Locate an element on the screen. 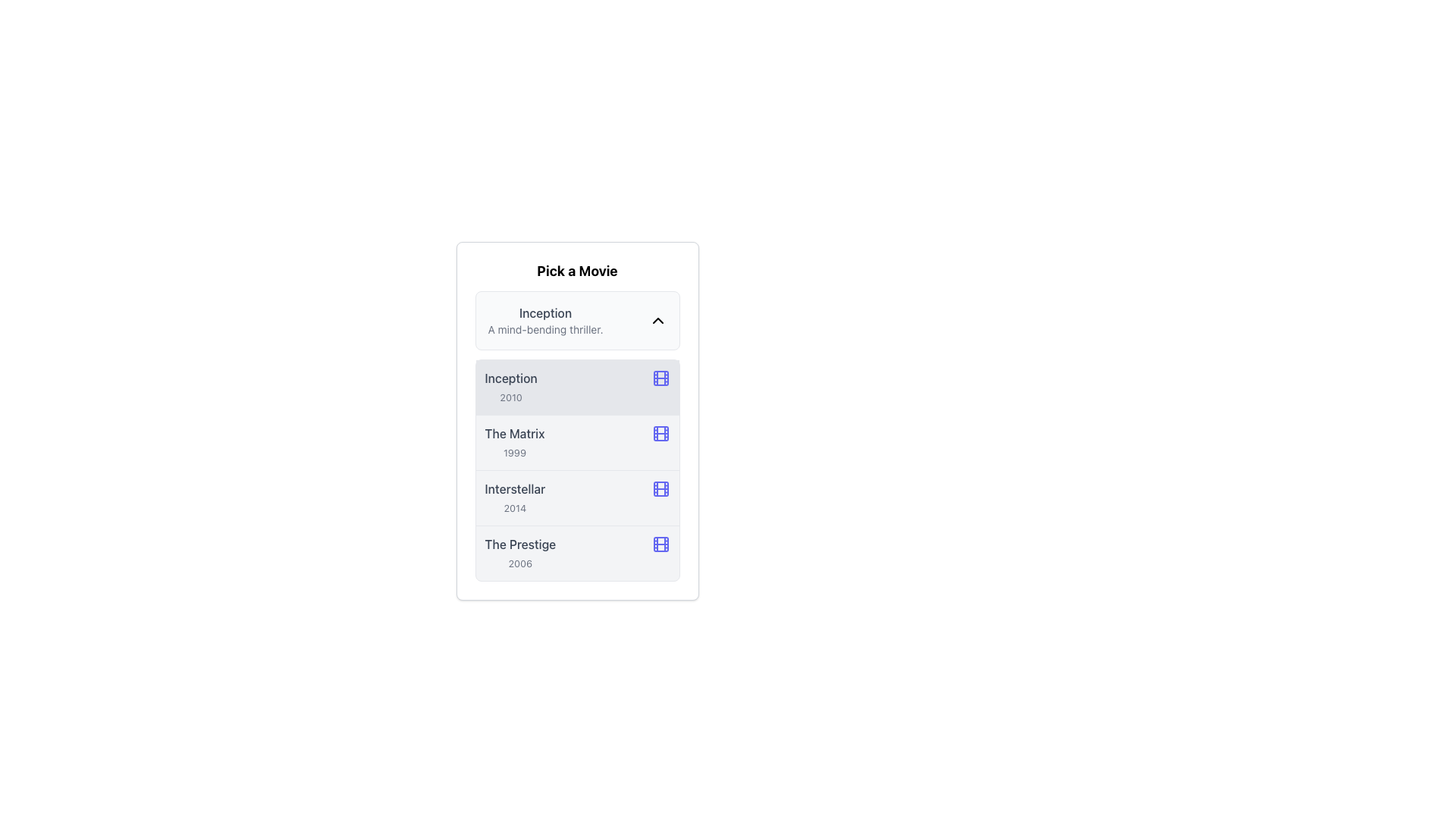 This screenshot has width=1456, height=819. the rectangular filmstrip icon located to the right of 'The Prestige' and '2006' in the fourth list item of the movie selection dropdown menu is located at coordinates (661, 543).